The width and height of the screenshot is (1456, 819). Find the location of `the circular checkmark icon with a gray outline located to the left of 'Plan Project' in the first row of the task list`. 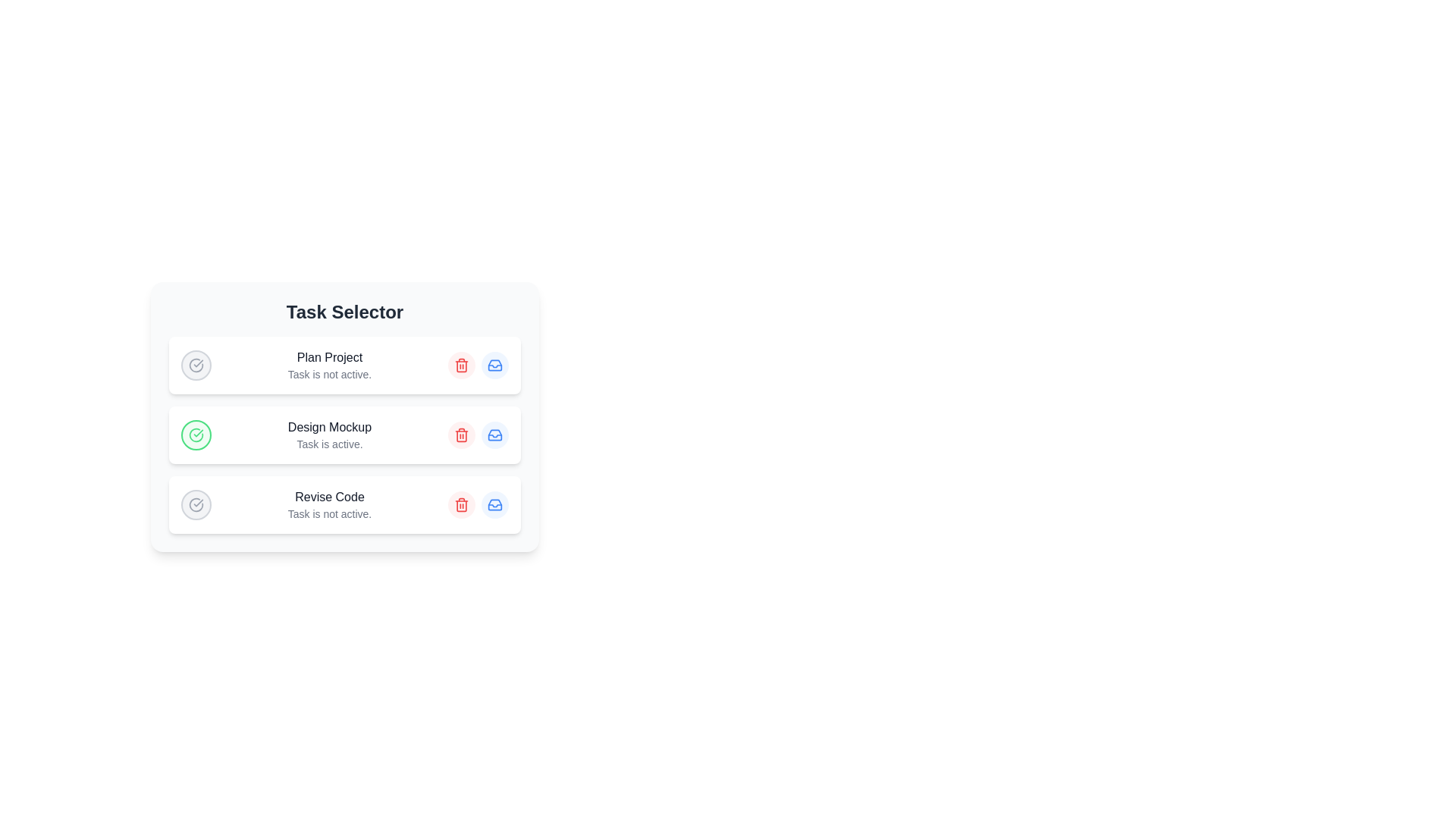

the circular checkmark icon with a gray outline located to the left of 'Plan Project' in the first row of the task list is located at coordinates (196, 505).